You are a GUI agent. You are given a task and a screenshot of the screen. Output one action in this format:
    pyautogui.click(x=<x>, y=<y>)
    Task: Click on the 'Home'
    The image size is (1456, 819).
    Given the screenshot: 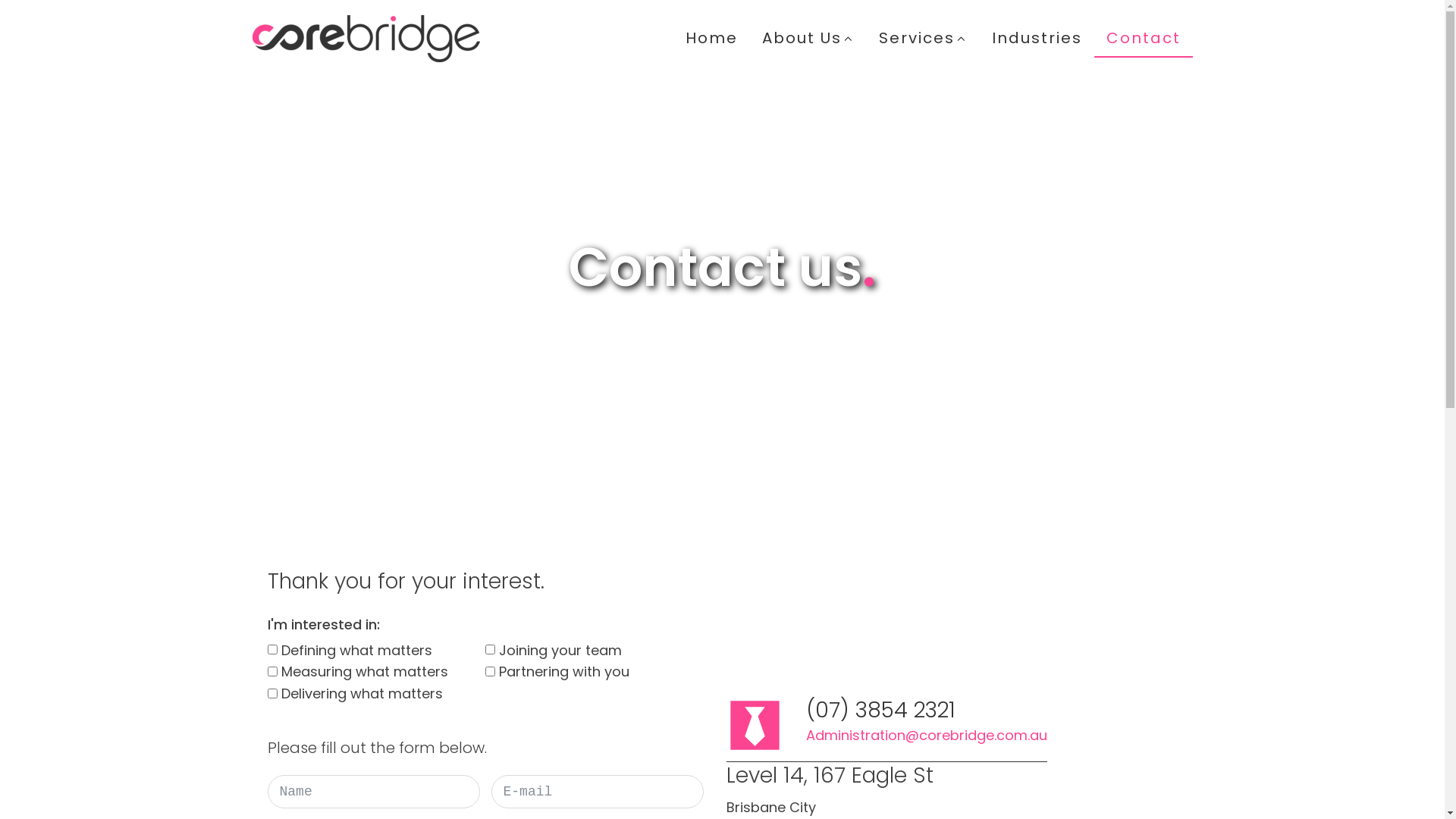 What is the action you would take?
    pyautogui.click(x=711, y=37)
    